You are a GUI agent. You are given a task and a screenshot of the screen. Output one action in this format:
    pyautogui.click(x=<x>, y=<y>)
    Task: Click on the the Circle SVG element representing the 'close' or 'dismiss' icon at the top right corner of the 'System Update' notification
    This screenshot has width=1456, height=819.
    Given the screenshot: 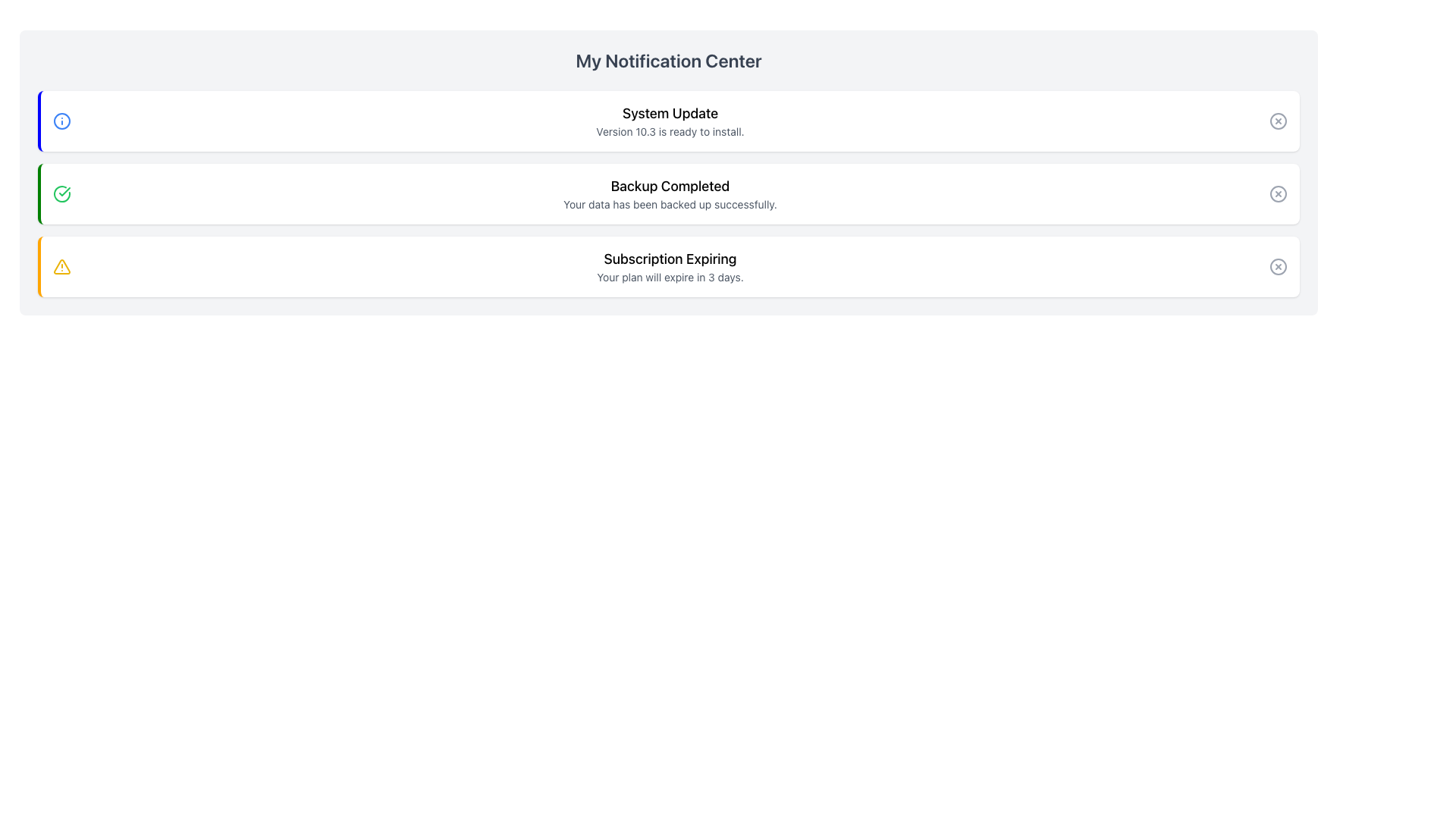 What is the action you would take?
    pyautogui.click(x=1277, y=120)
    